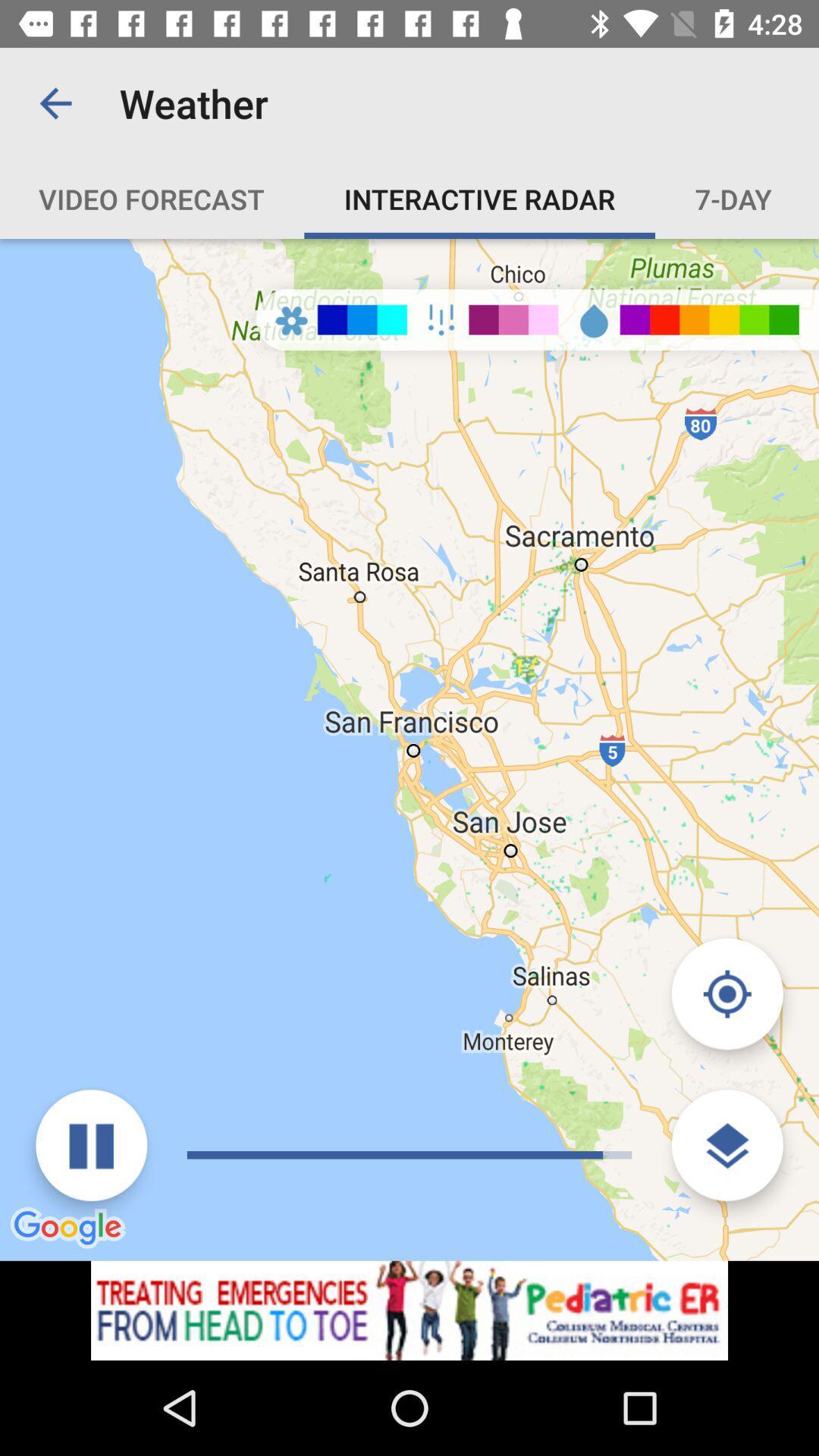  What do you see at coordinates (726, 1145) in the screenshot?
I see `landscape option` at bounding box center [726, 1145].